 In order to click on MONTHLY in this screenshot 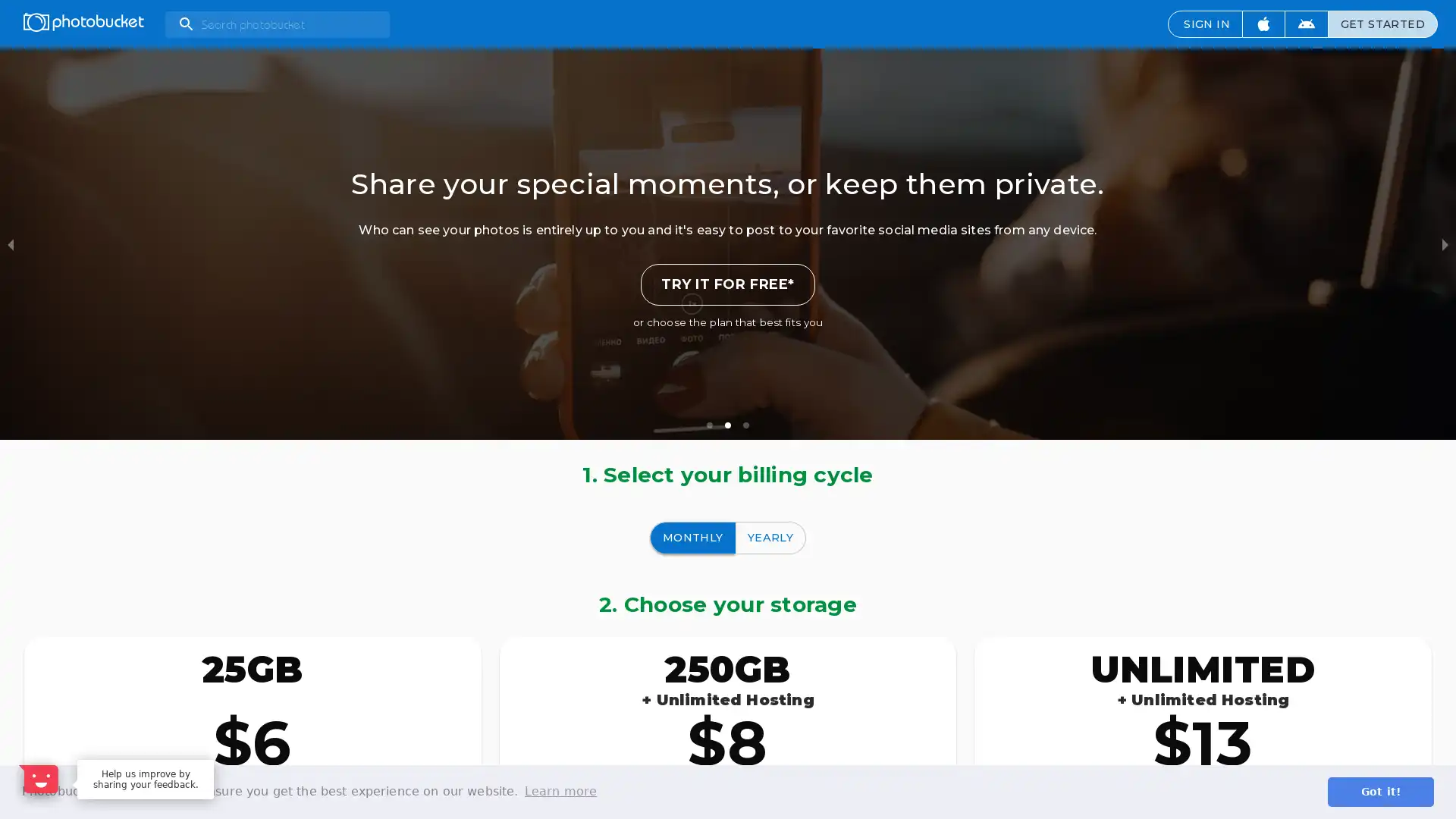, I will do `click(691, 537)`.